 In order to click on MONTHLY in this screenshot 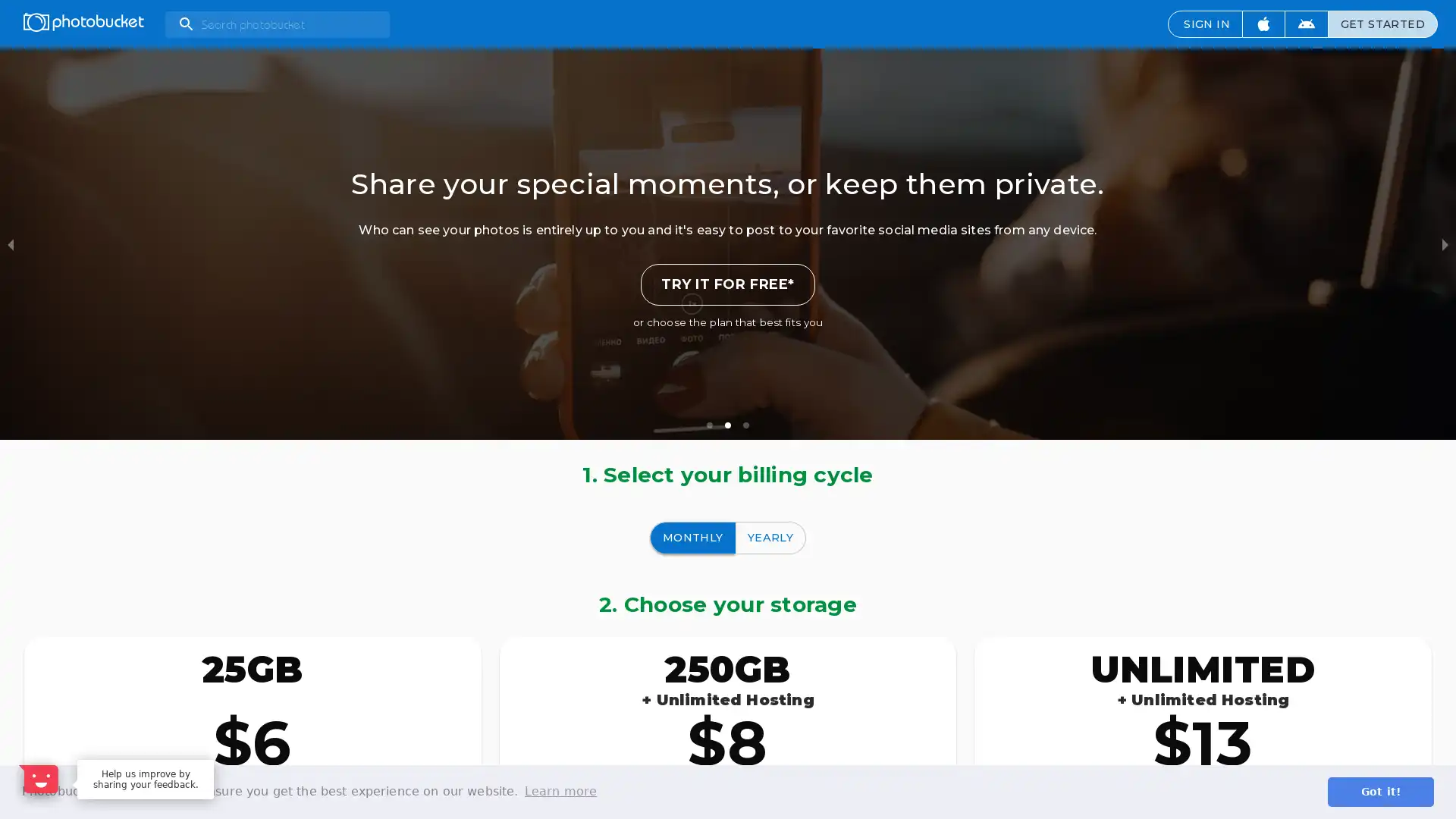, I will do `click(691, 537)`.